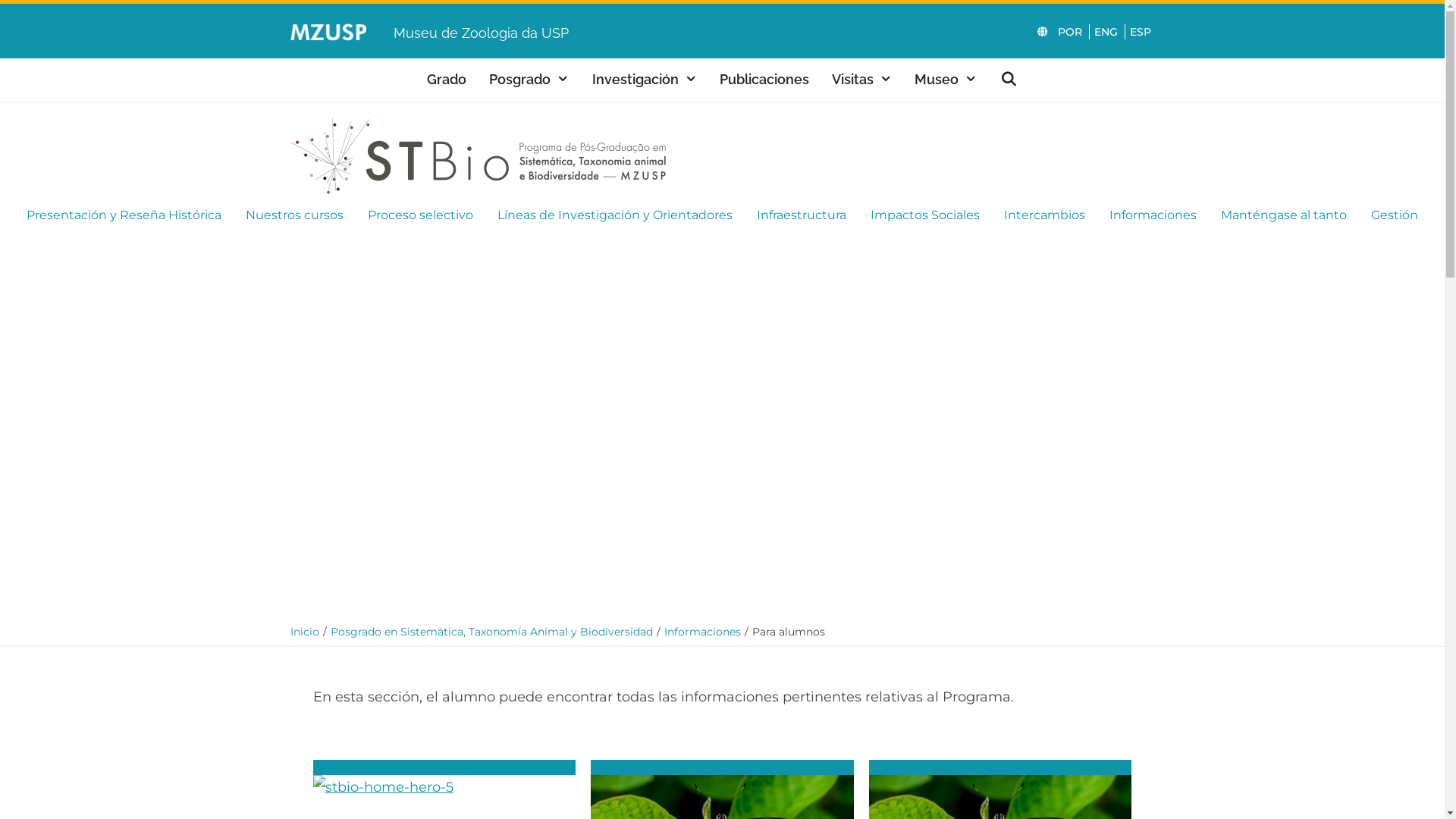  Describe the element at coordinates (294, 215) in the screenshot. I see `'Nuestros cursos'` at that location.